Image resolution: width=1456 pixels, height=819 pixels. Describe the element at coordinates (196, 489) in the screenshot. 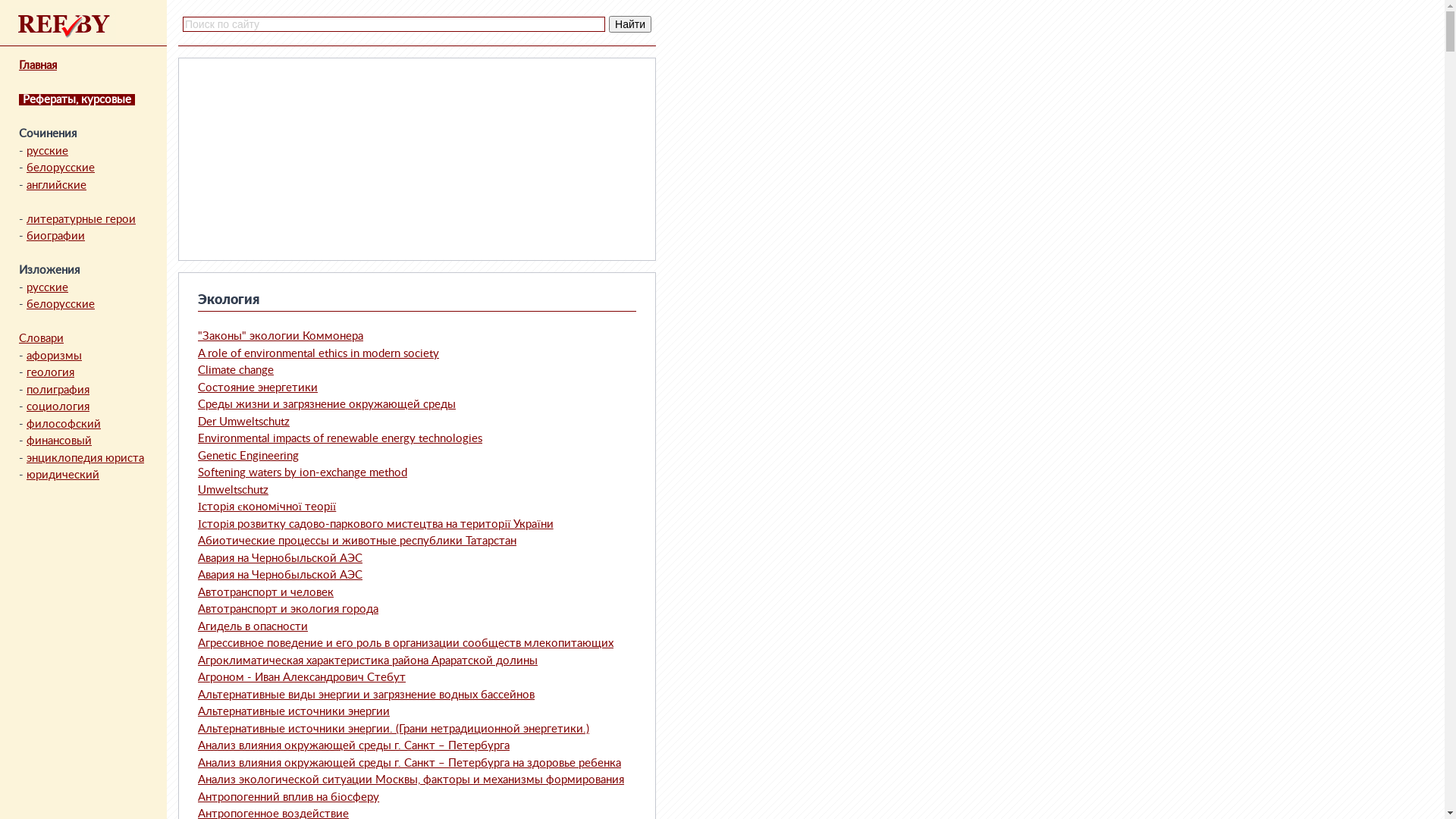

I see `'Umweltschutz'` at that location.